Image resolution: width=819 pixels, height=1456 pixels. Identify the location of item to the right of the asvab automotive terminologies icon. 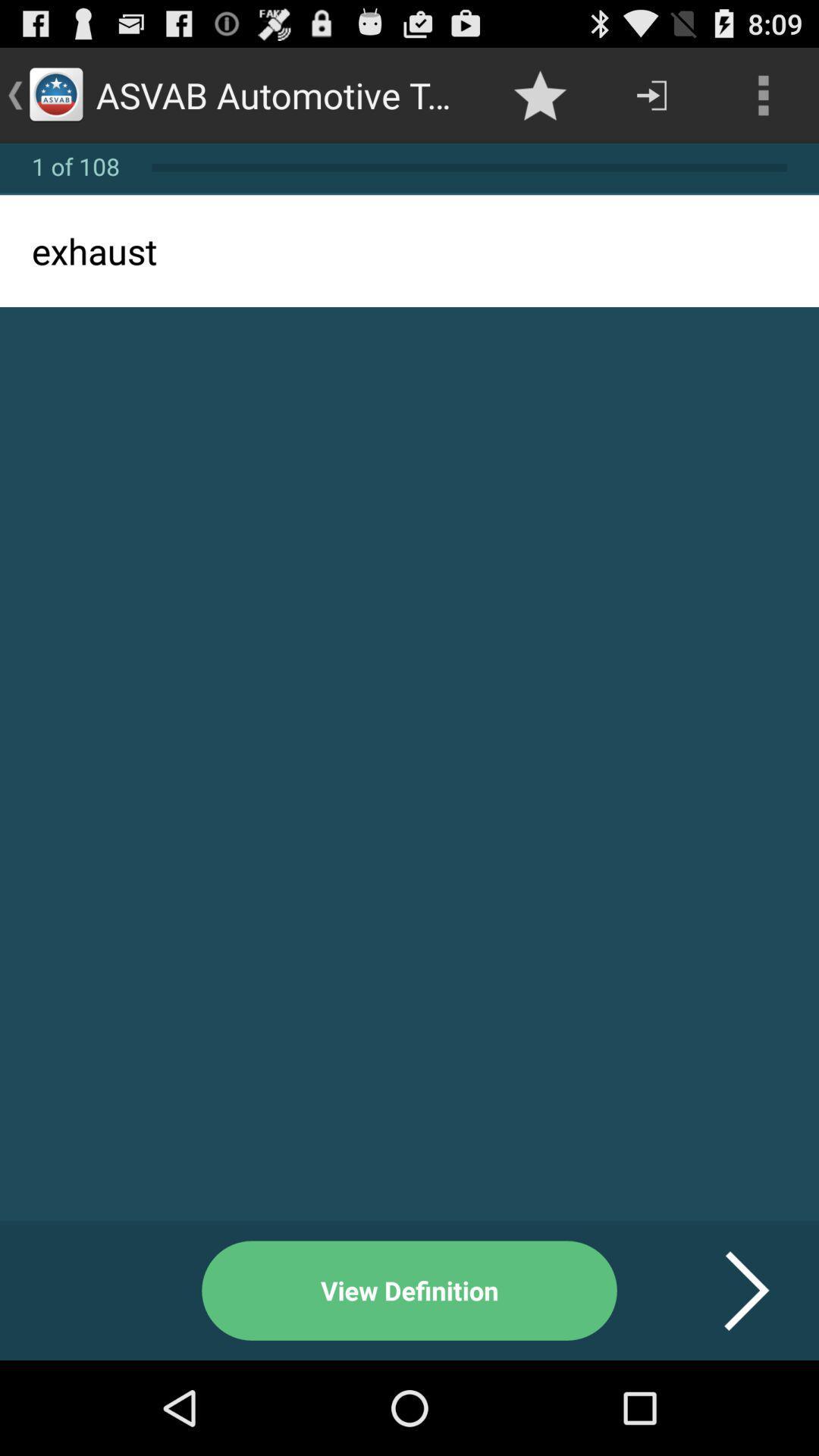
(539, 94).